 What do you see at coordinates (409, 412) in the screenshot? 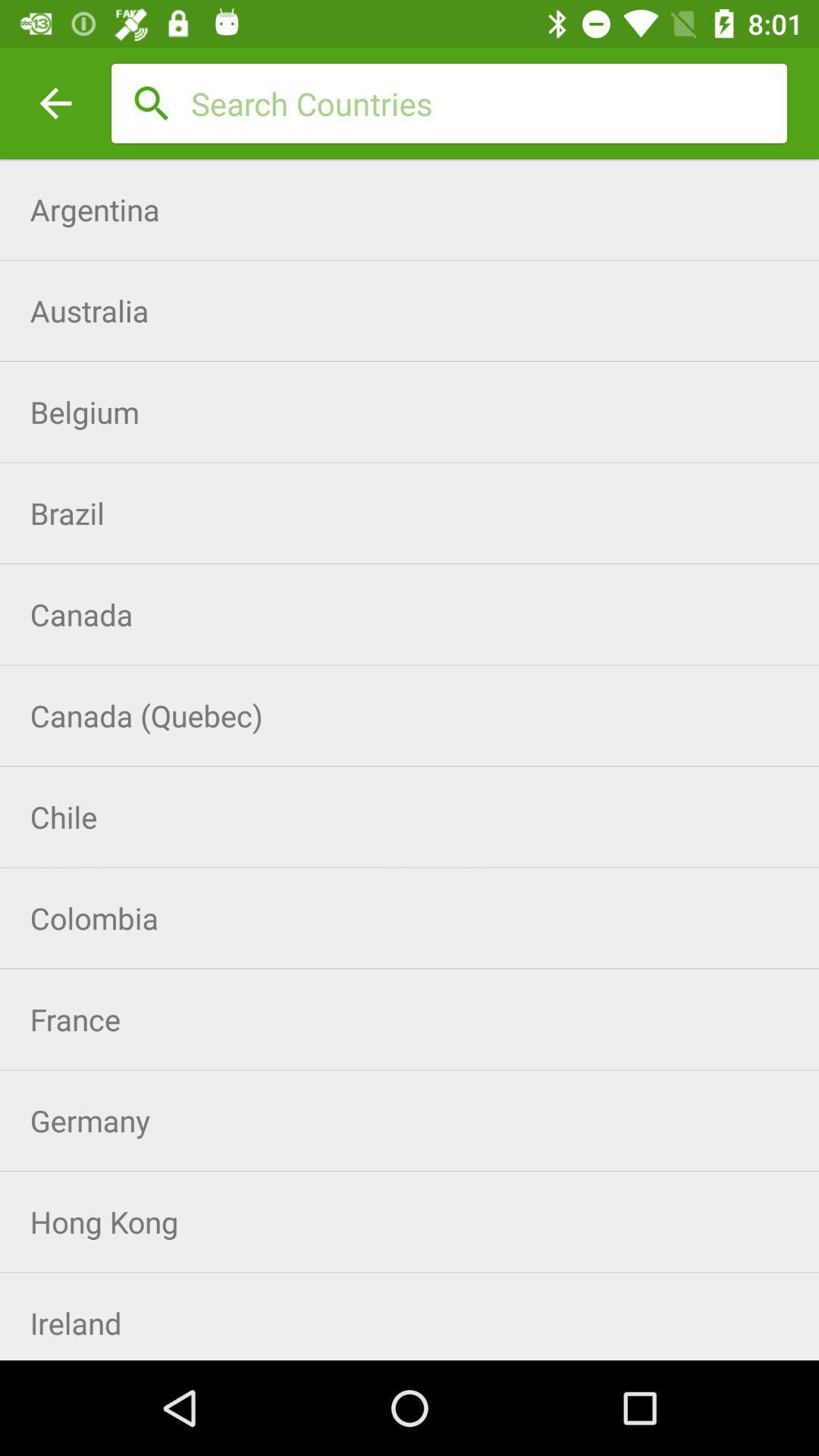
I see `the belgium icon` at bounding box center [409, 412].